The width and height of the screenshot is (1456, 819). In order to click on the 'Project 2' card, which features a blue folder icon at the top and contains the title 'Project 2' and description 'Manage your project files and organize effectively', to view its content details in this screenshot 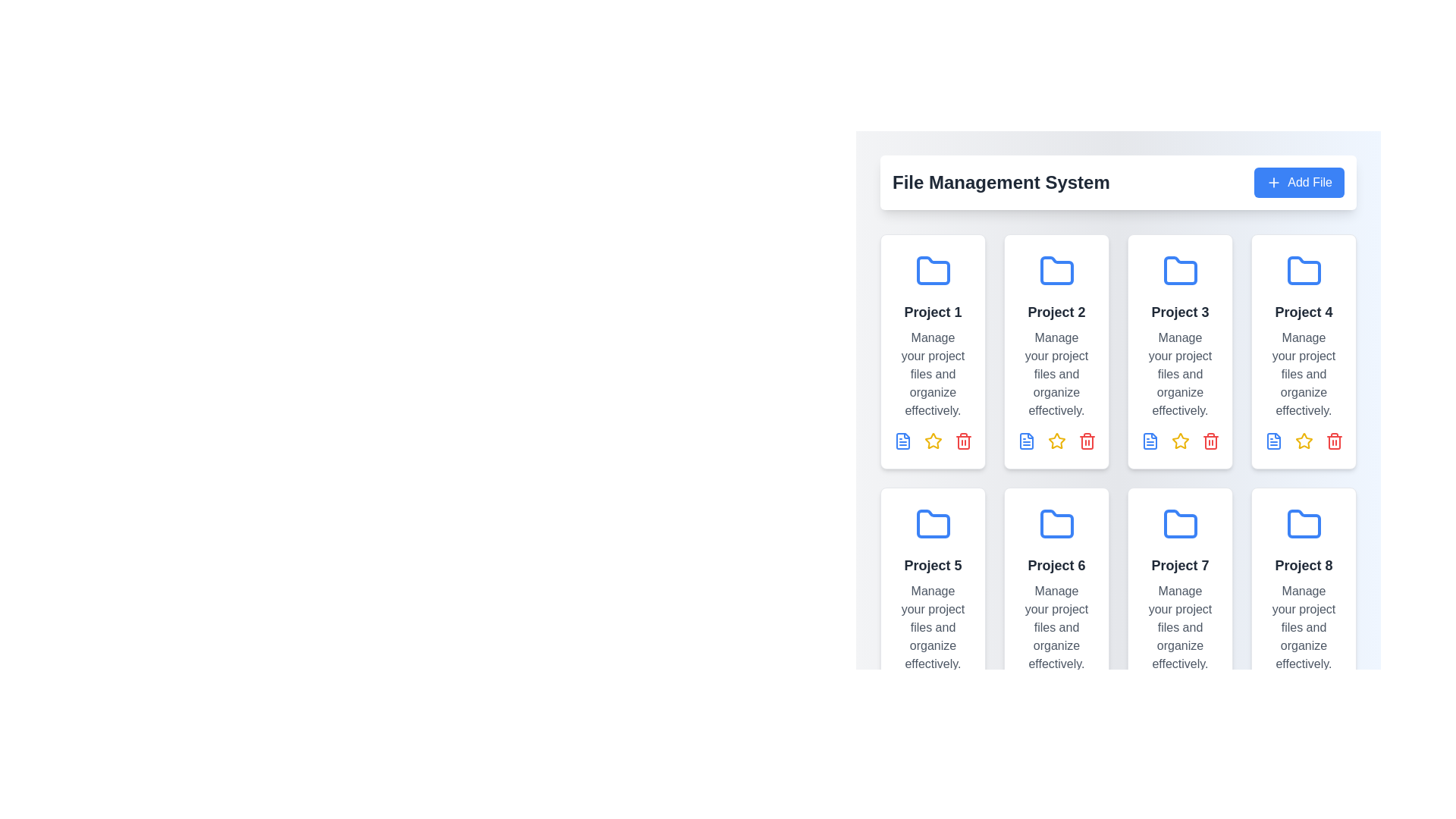, I will do `click(1056, 351)`.